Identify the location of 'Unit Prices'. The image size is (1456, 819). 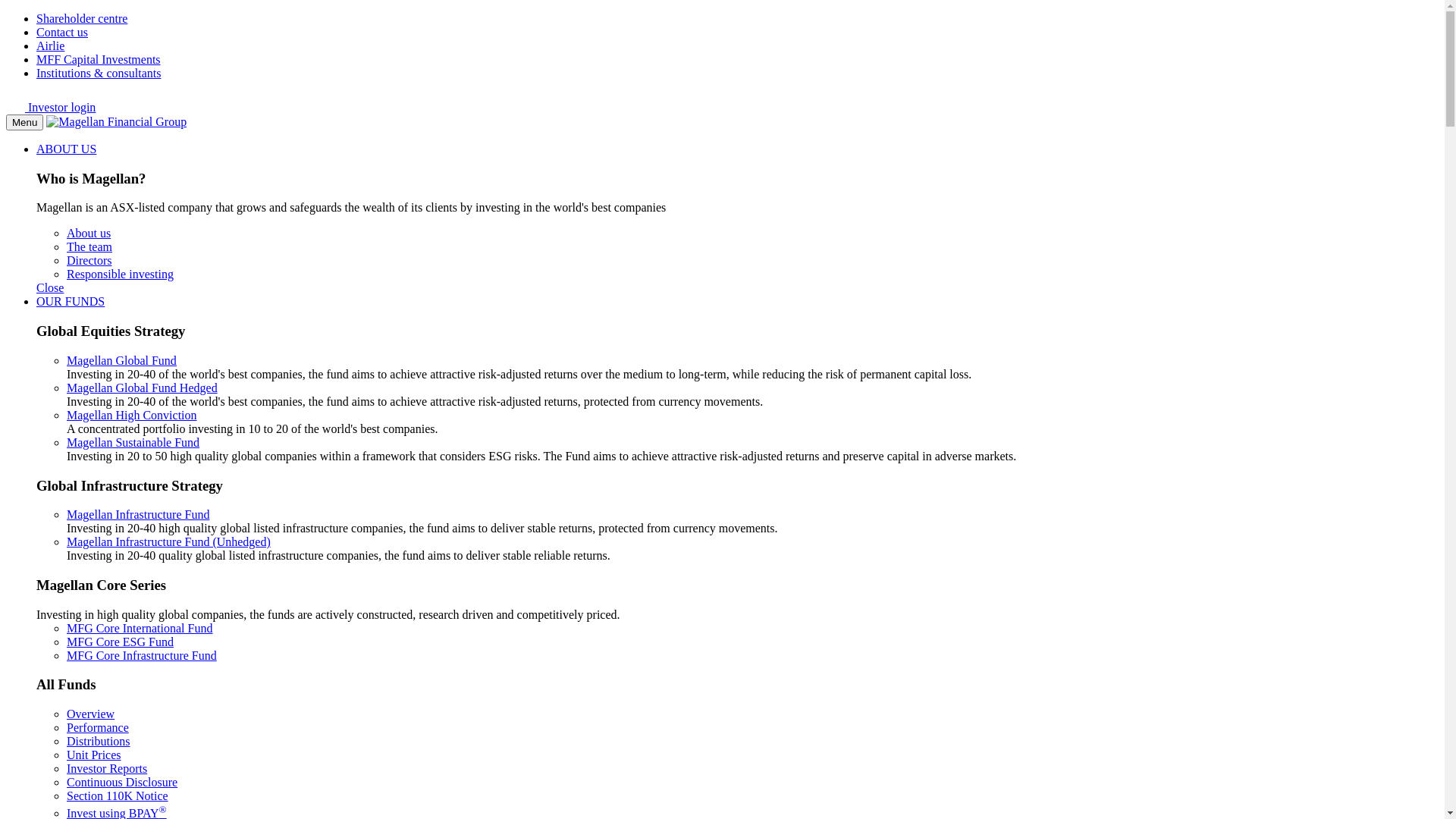
(93, 755).